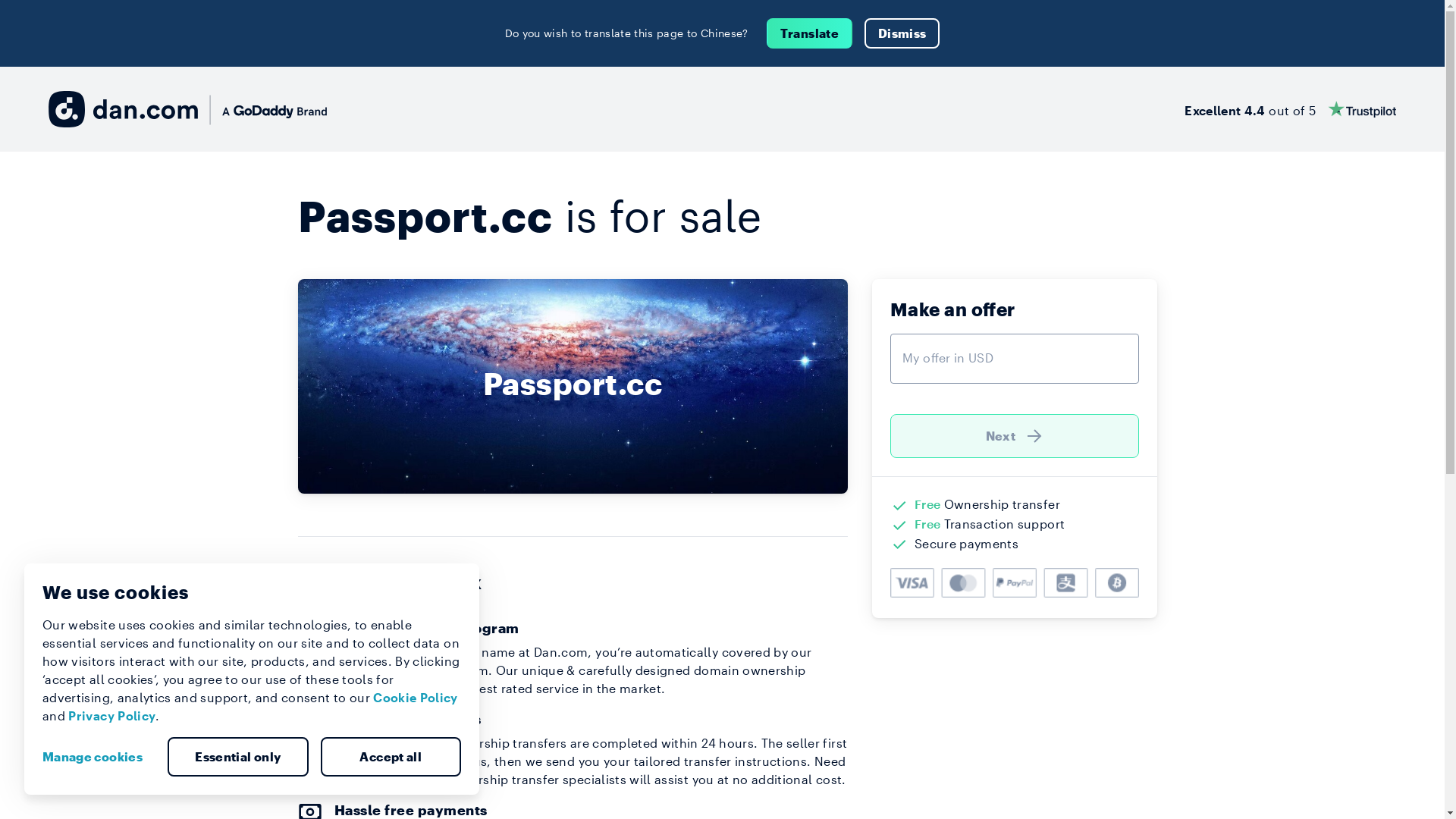 The image size is (1456, 819). What do you see at coordinates (111, 715) in the screenshot?
I see `'Privacy Policy'` at bounding box center [111, 715].